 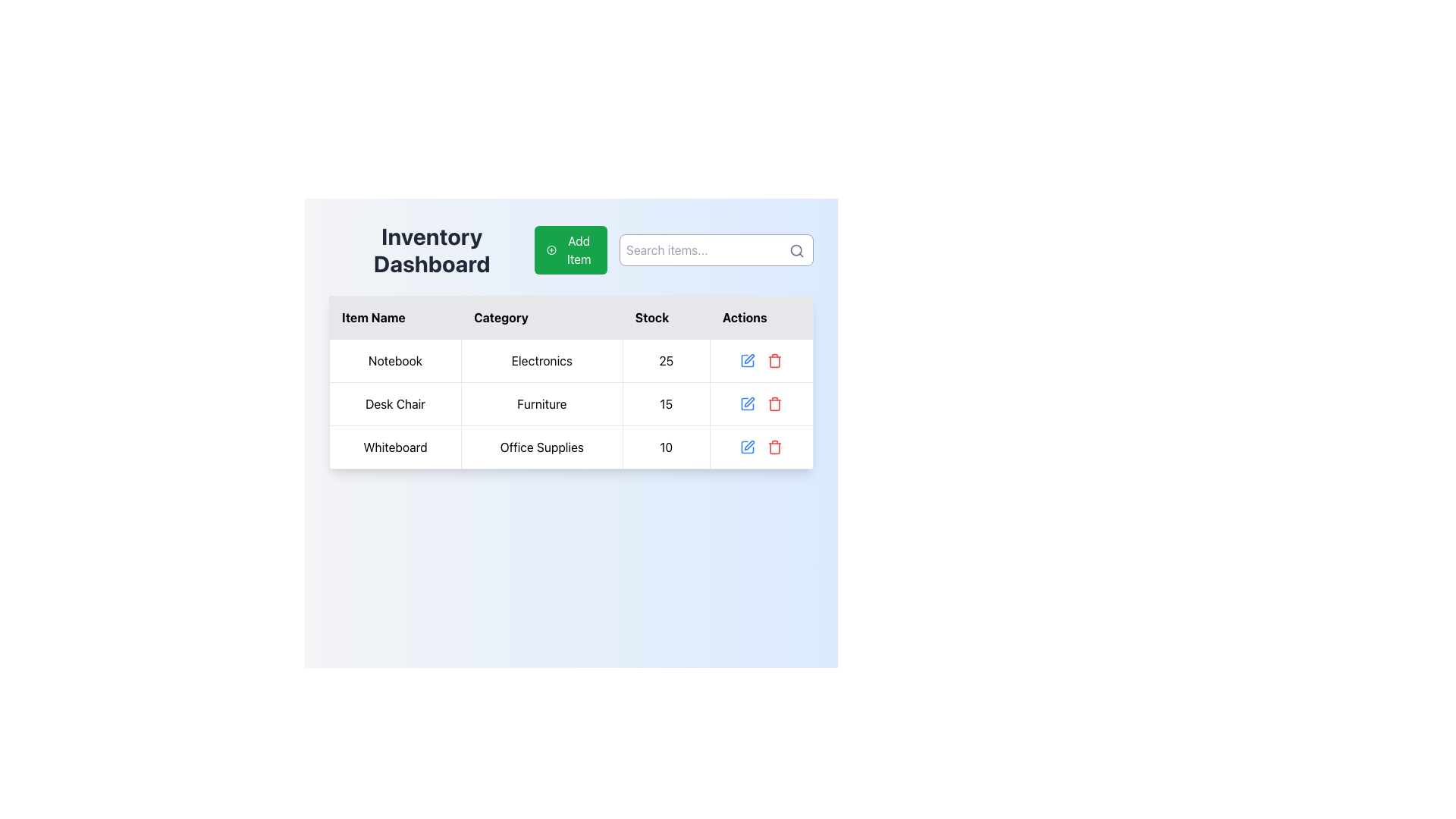 I want to click on the trash bin icon located in the 'Actions' column of the 'Whiteboard' row, which represents a delete action, so click(x=775, y=362).